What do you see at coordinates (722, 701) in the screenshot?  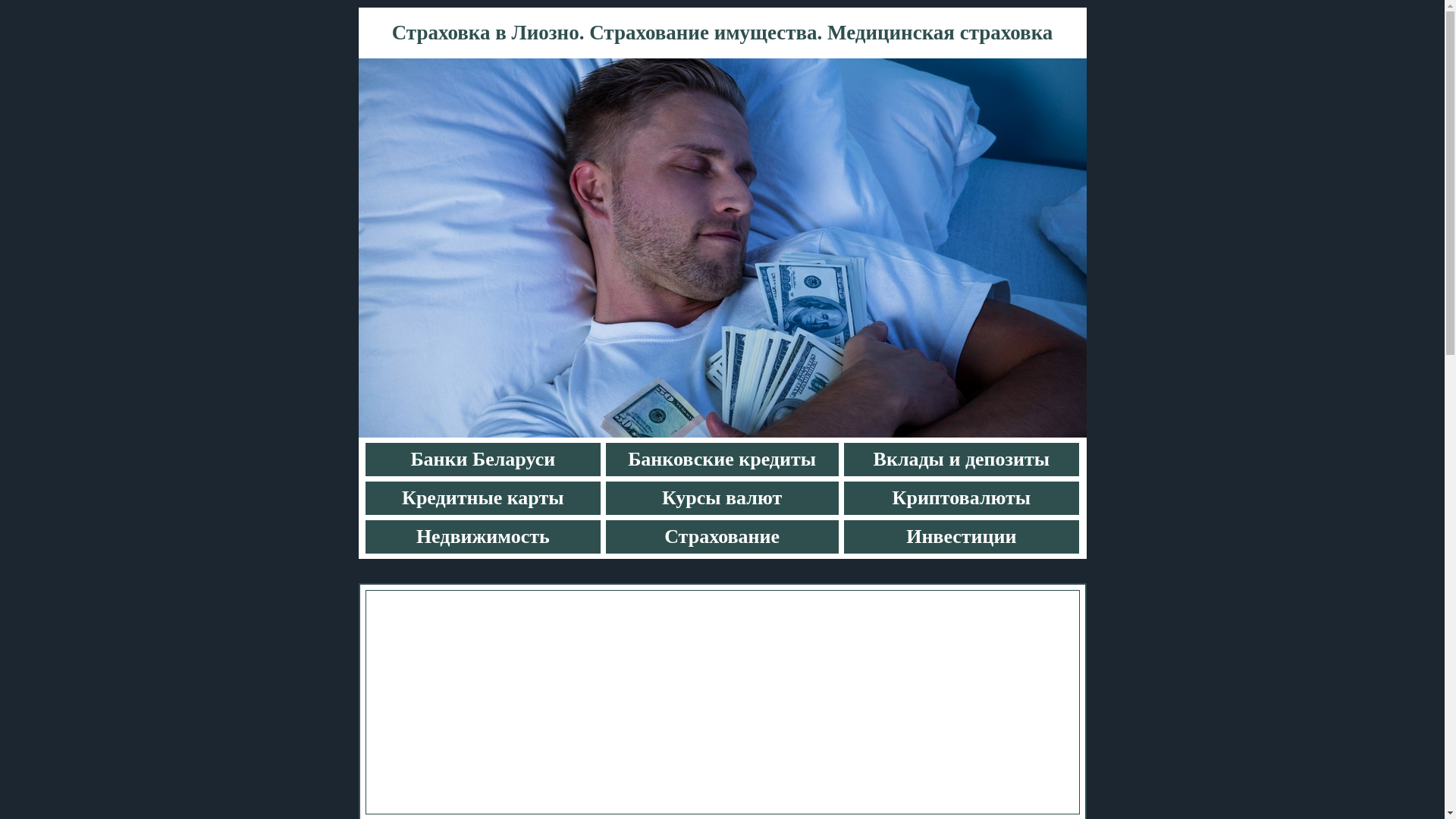 I see `'Advertisement'` at bounding box center [722, 701].